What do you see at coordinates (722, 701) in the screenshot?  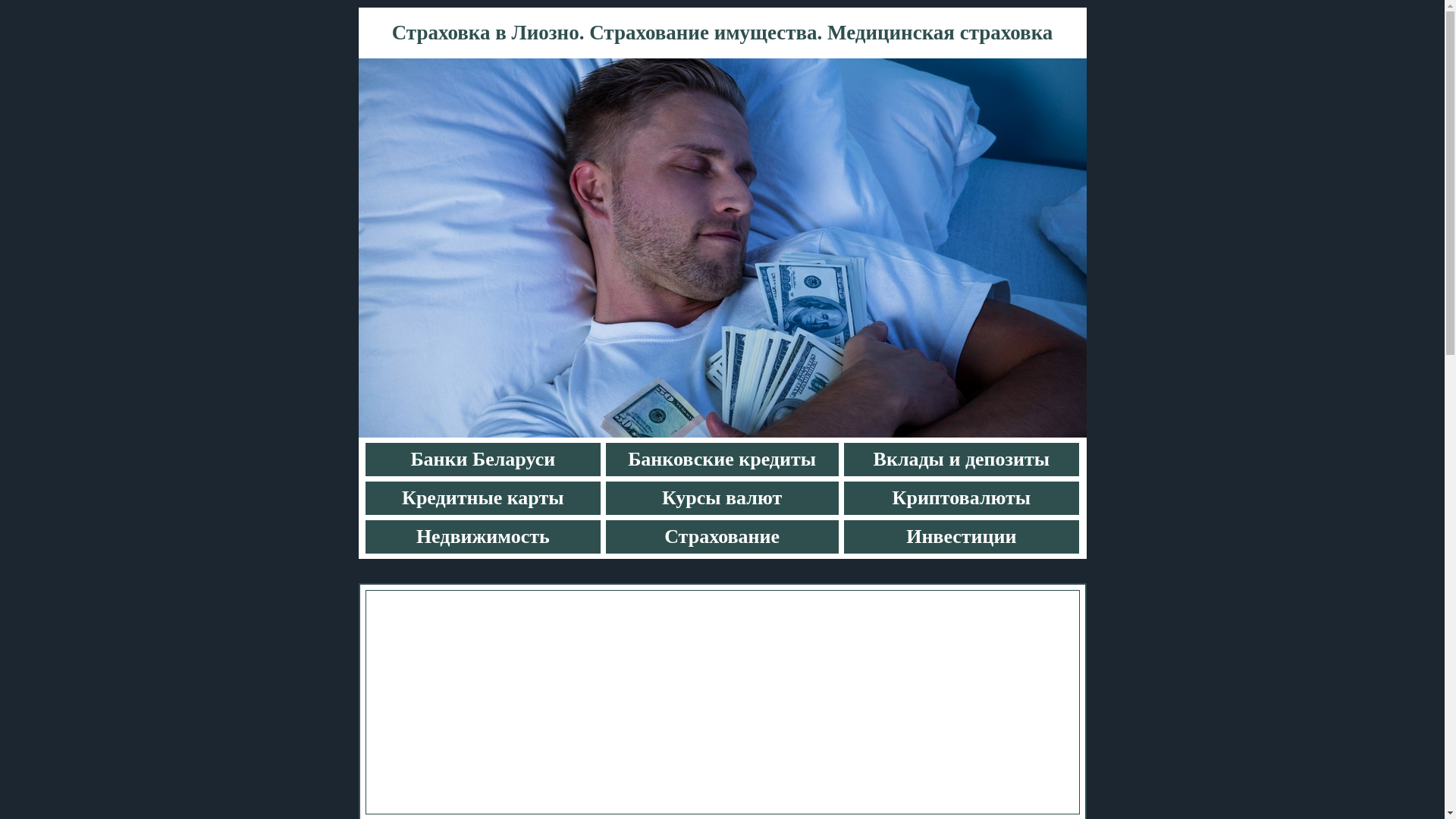 I see `'Advertisement'` at bounding box center [722, 701].